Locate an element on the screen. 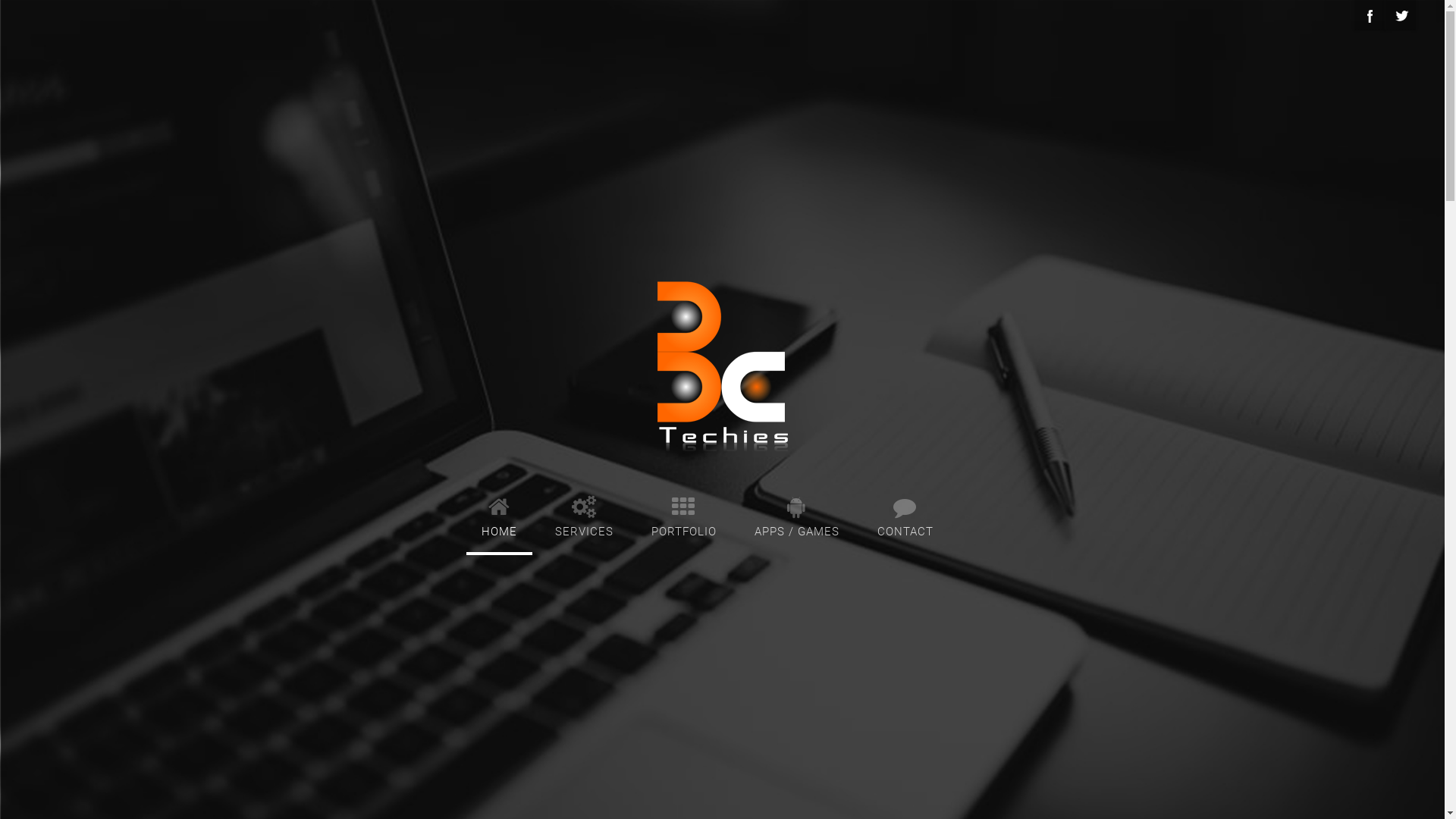 The image size is (1456, 819). 'SERVICES' is located at coordinates (539, 513).